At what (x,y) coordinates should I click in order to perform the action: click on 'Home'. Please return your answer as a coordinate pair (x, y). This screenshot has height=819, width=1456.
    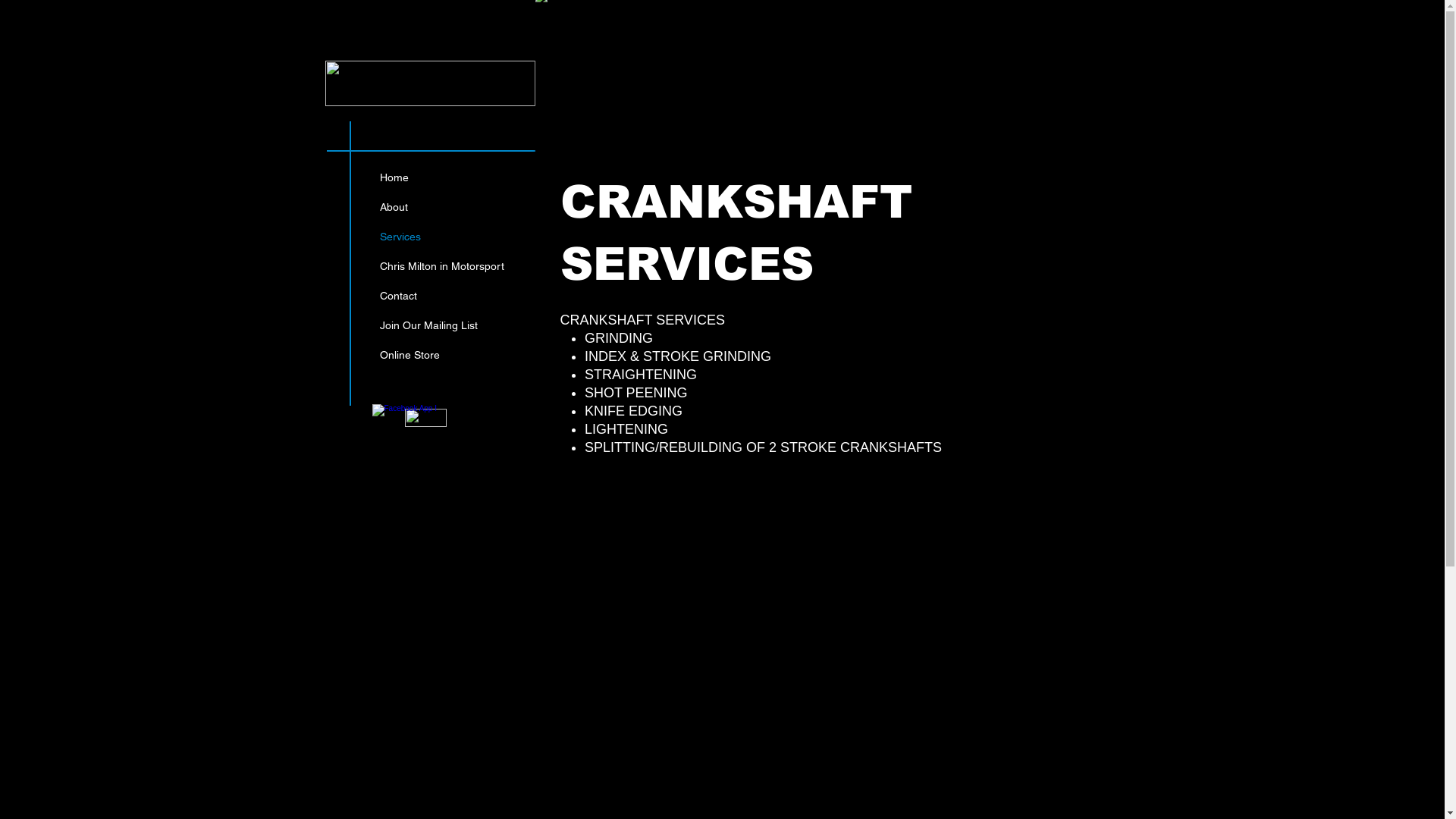
    Looking at the image, I should click on (371, 177).